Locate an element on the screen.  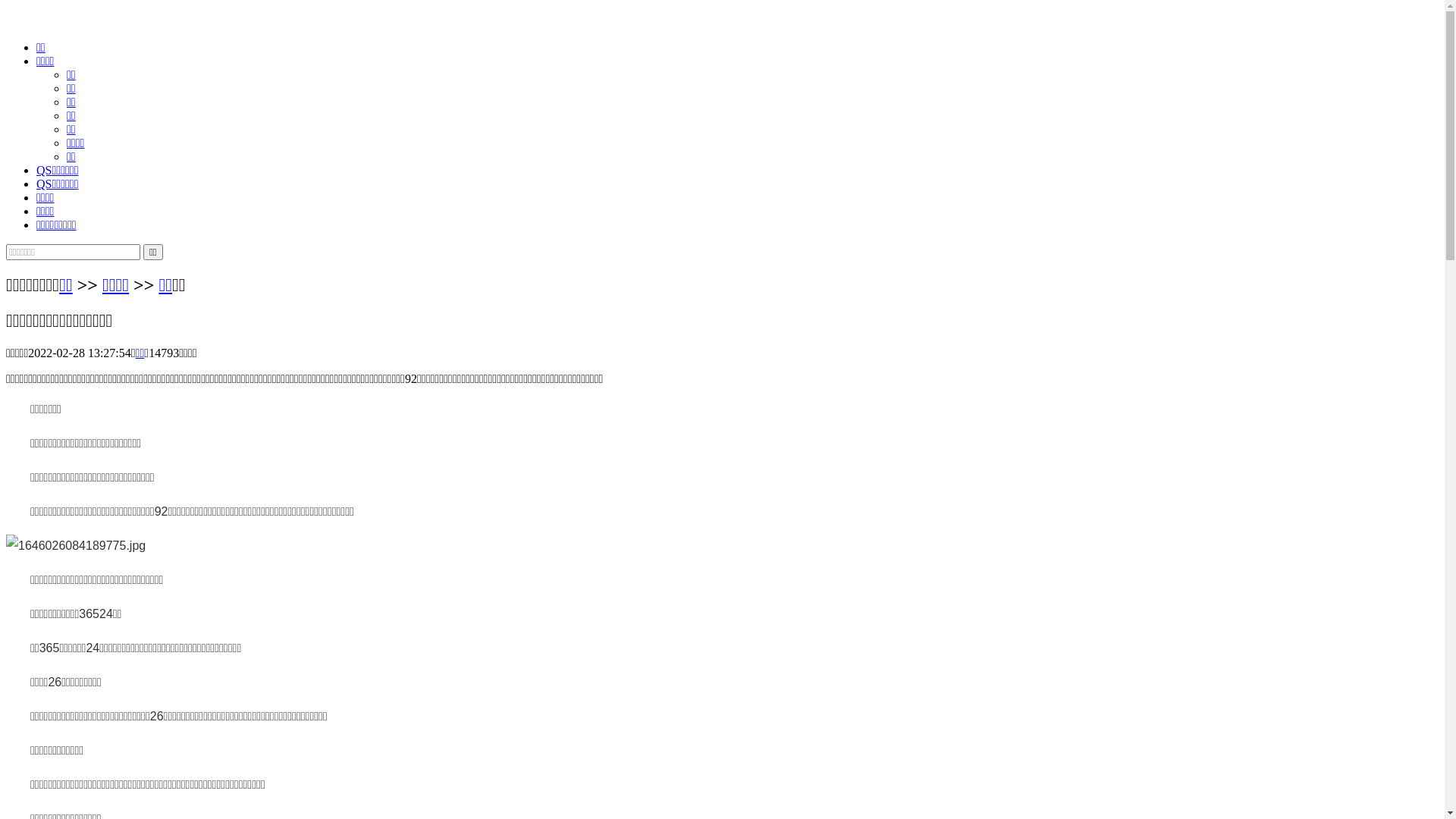
'1646028915102456.jpg' is located at coordinates (75, 546).